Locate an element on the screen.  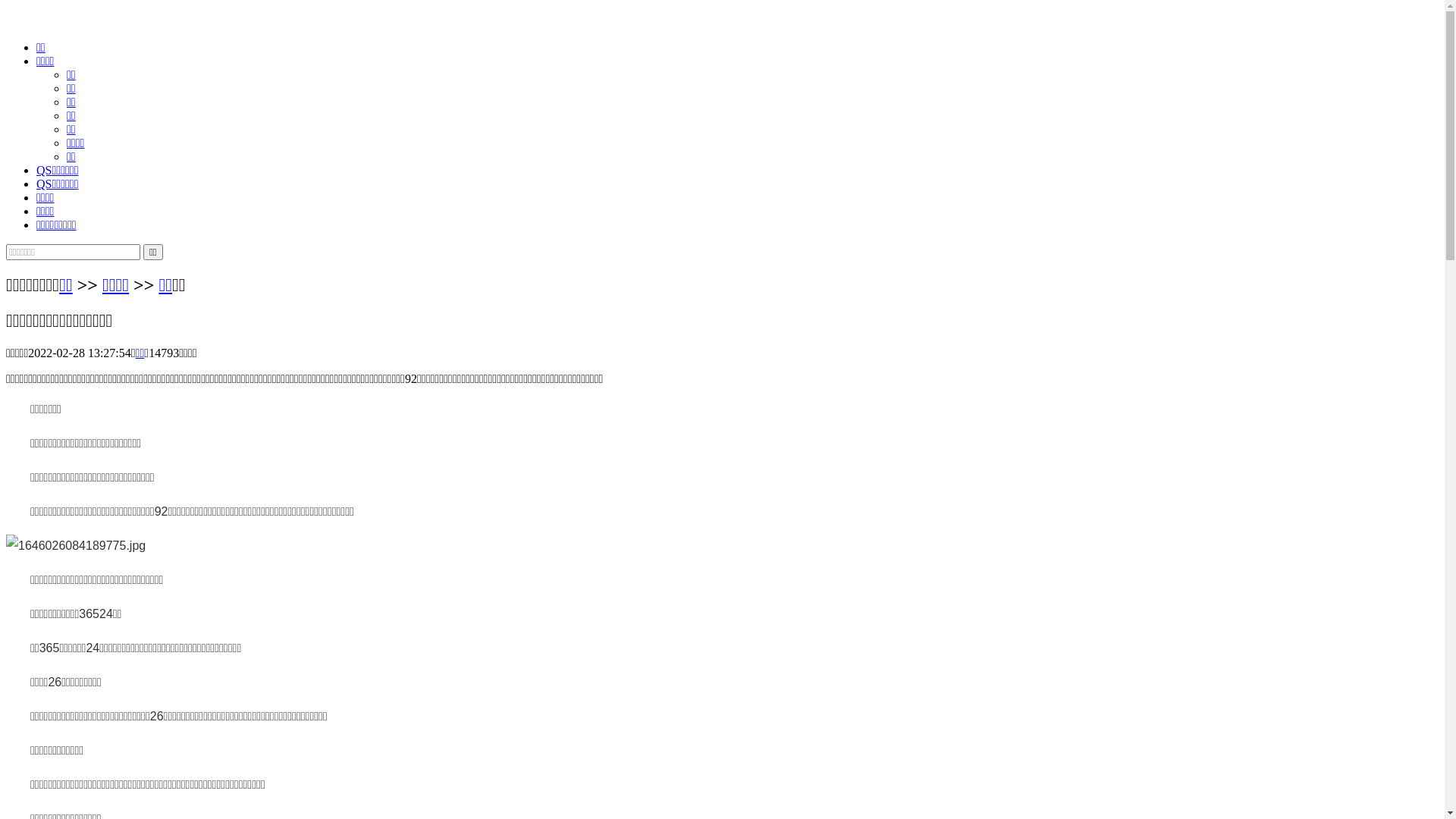
'1646028915102456.jpg' is located at coordinates (75, 546).